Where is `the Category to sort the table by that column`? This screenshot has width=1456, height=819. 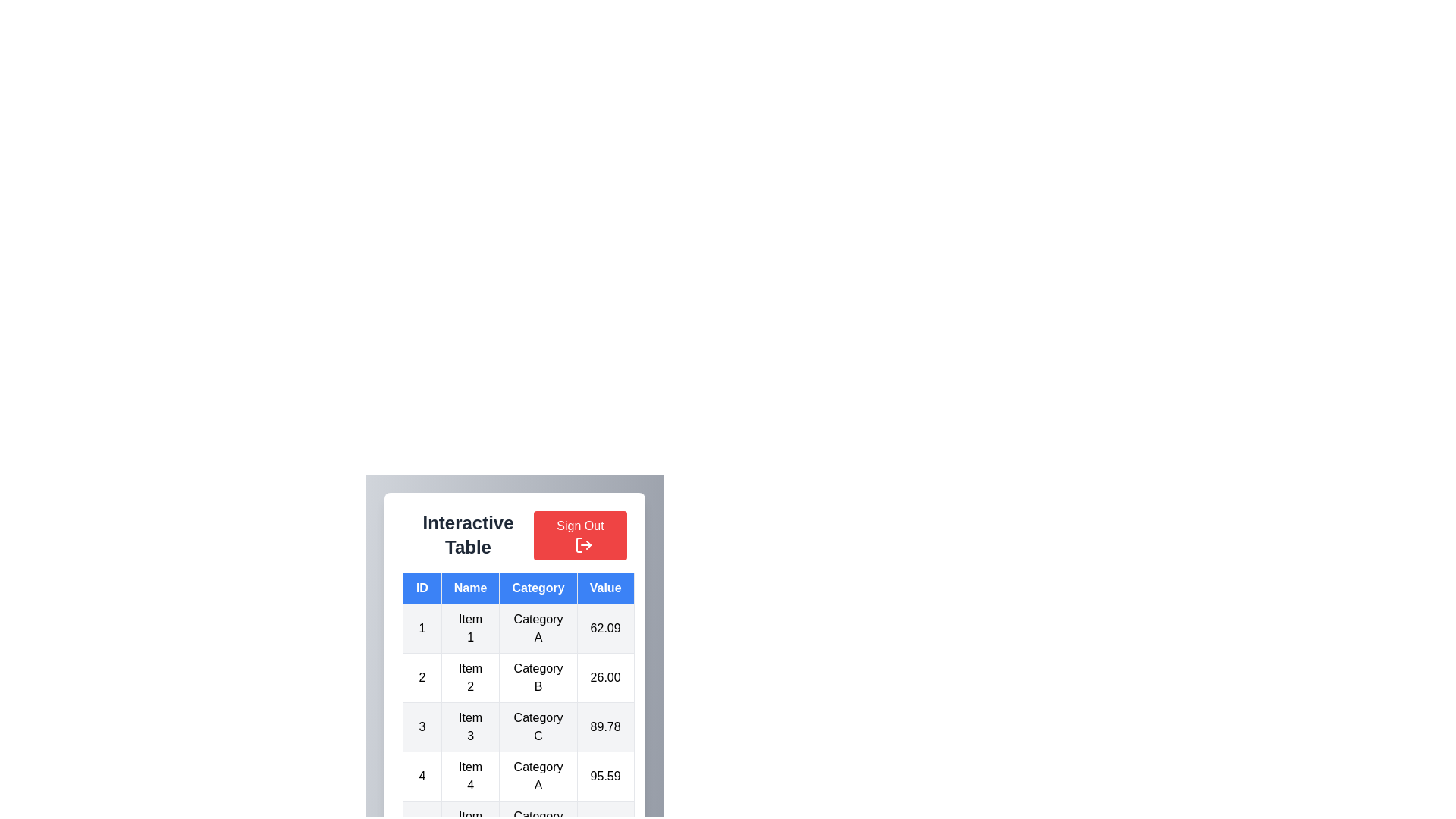 the Category to sort the table by that column is located at coordinates (538, 587).